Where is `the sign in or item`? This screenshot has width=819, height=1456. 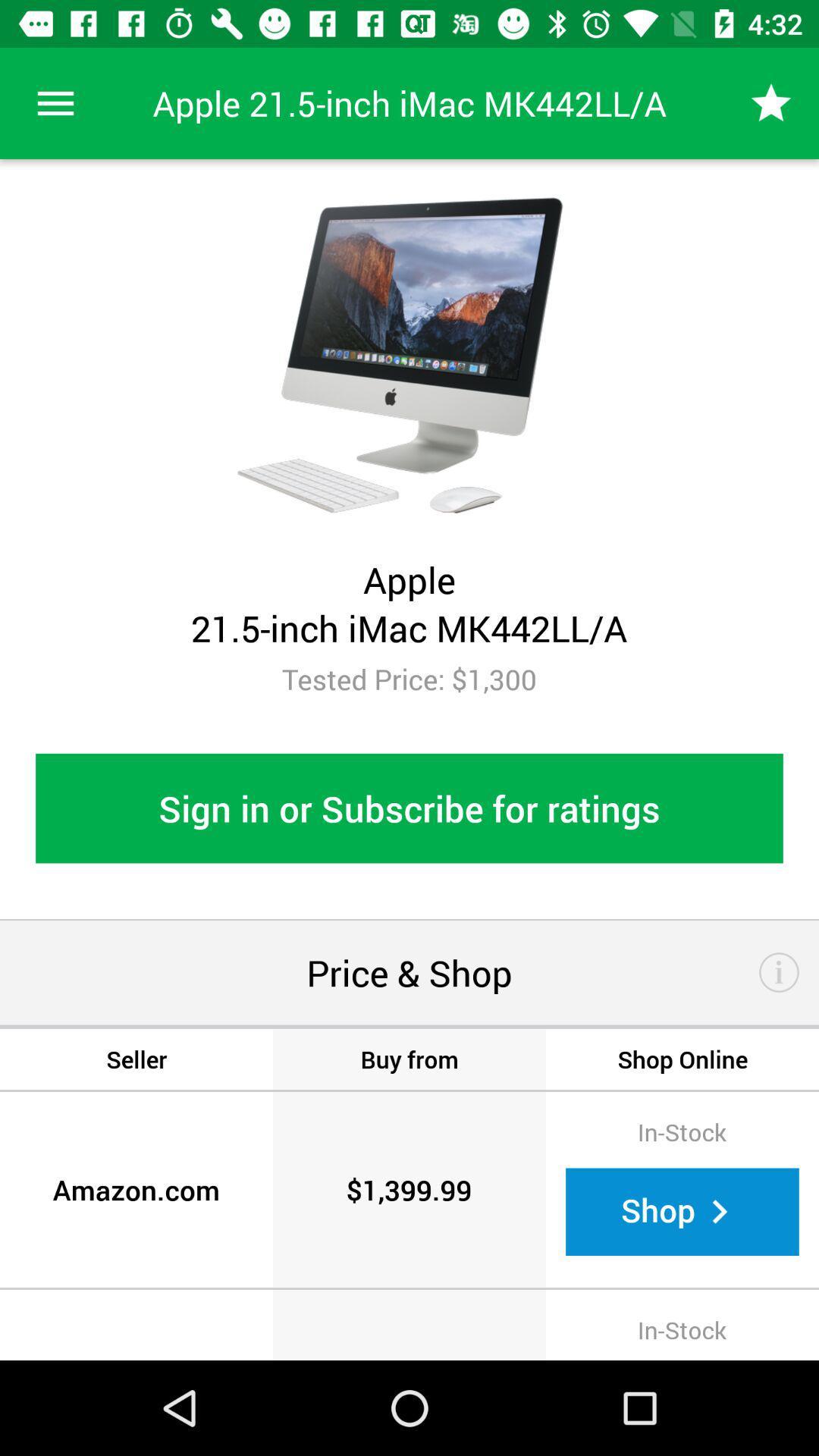
the sign in or item is located at coordinates (409, 808).